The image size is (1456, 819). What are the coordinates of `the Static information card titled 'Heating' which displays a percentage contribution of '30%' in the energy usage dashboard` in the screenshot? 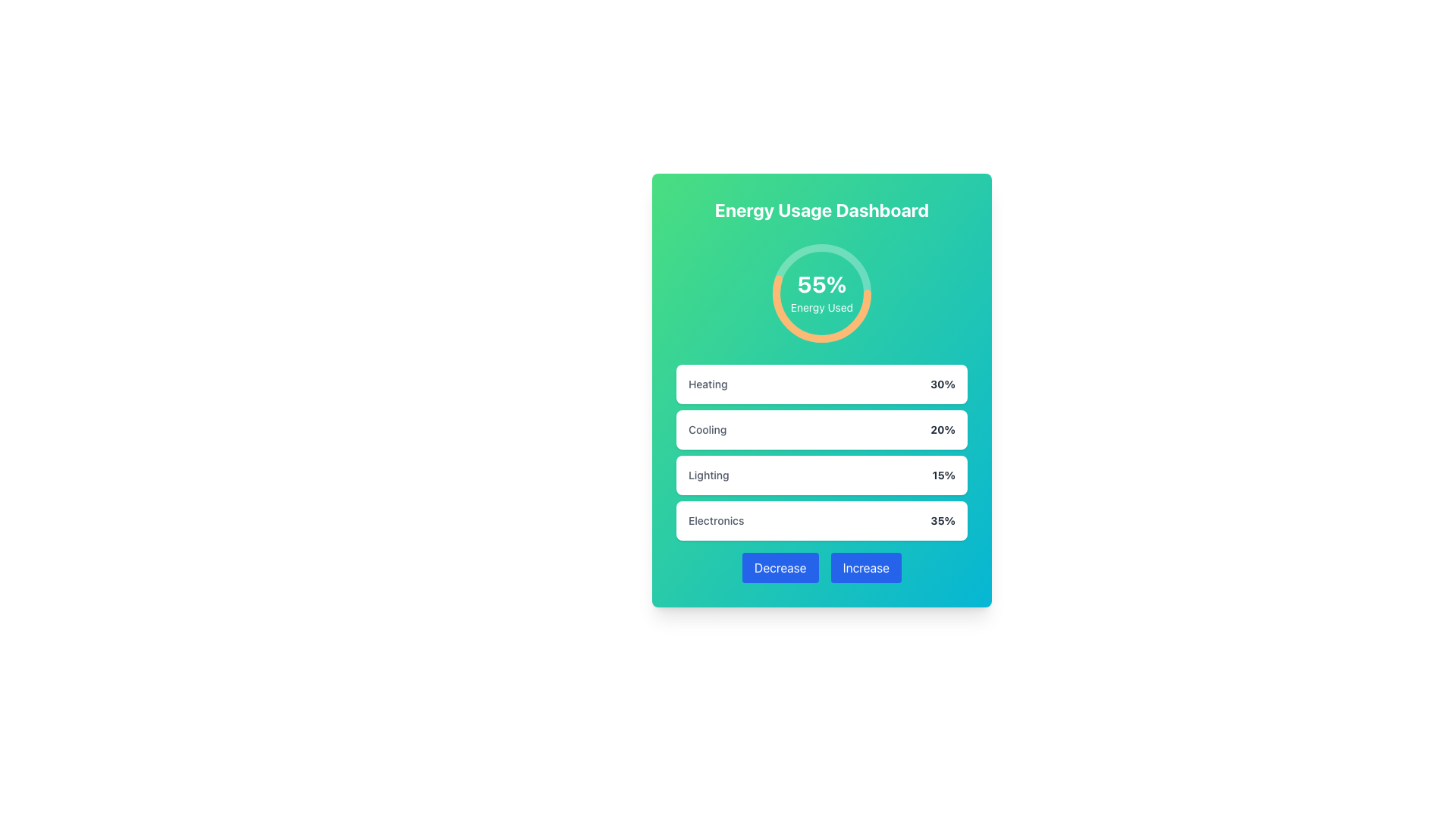 It's located at (821, 383).